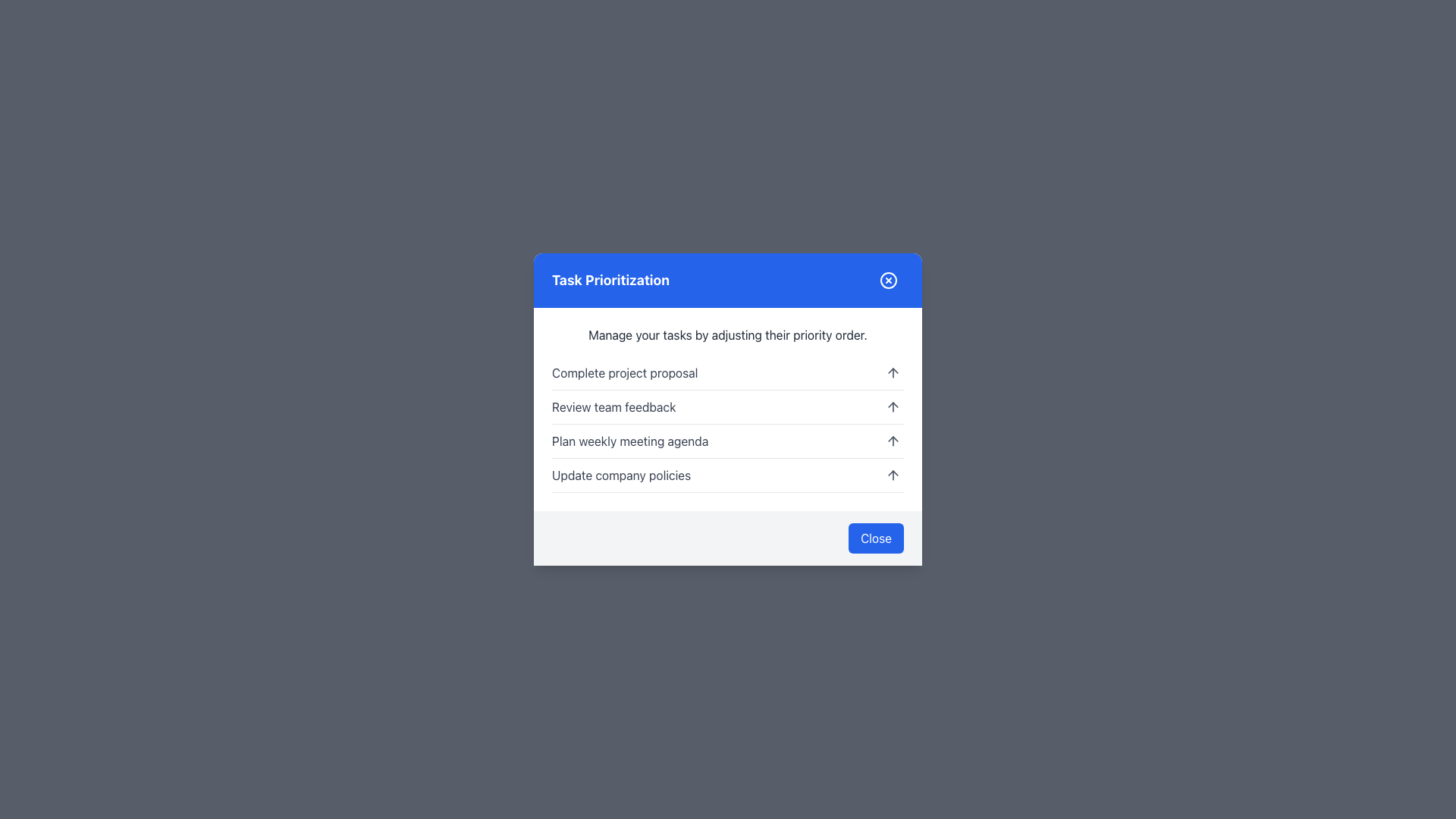 This screenshot has width=1456, height=819. Describe the element at coordinates (893, 441) in the screenshot. I see `the upward arrow icon button located beside the 'Plan weekly meeting agenda' text to observe the visual effect` at that location.